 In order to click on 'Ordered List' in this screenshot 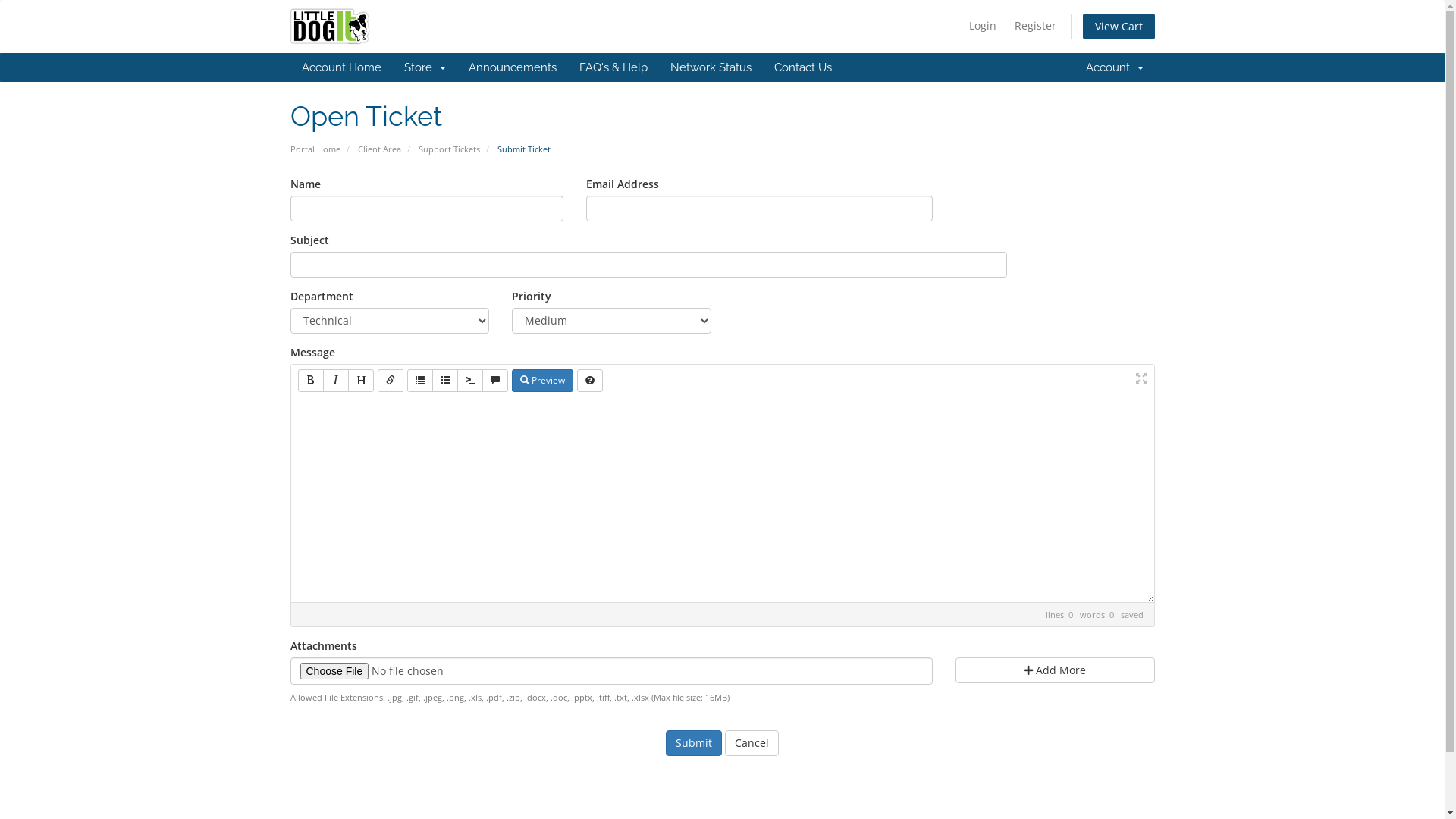, I will do `click(444, 379)`.